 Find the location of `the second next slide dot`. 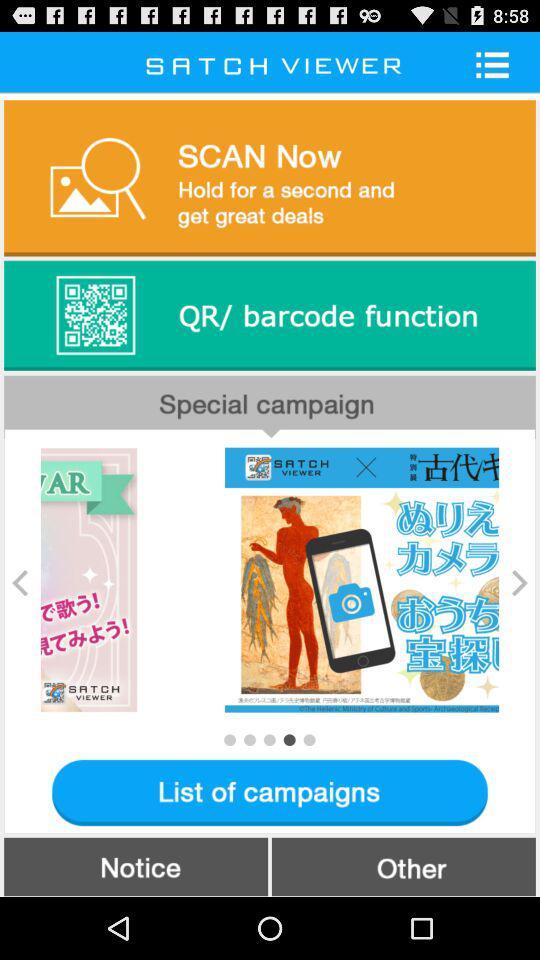

the second next slide dot is located at coordinates (250, 738).